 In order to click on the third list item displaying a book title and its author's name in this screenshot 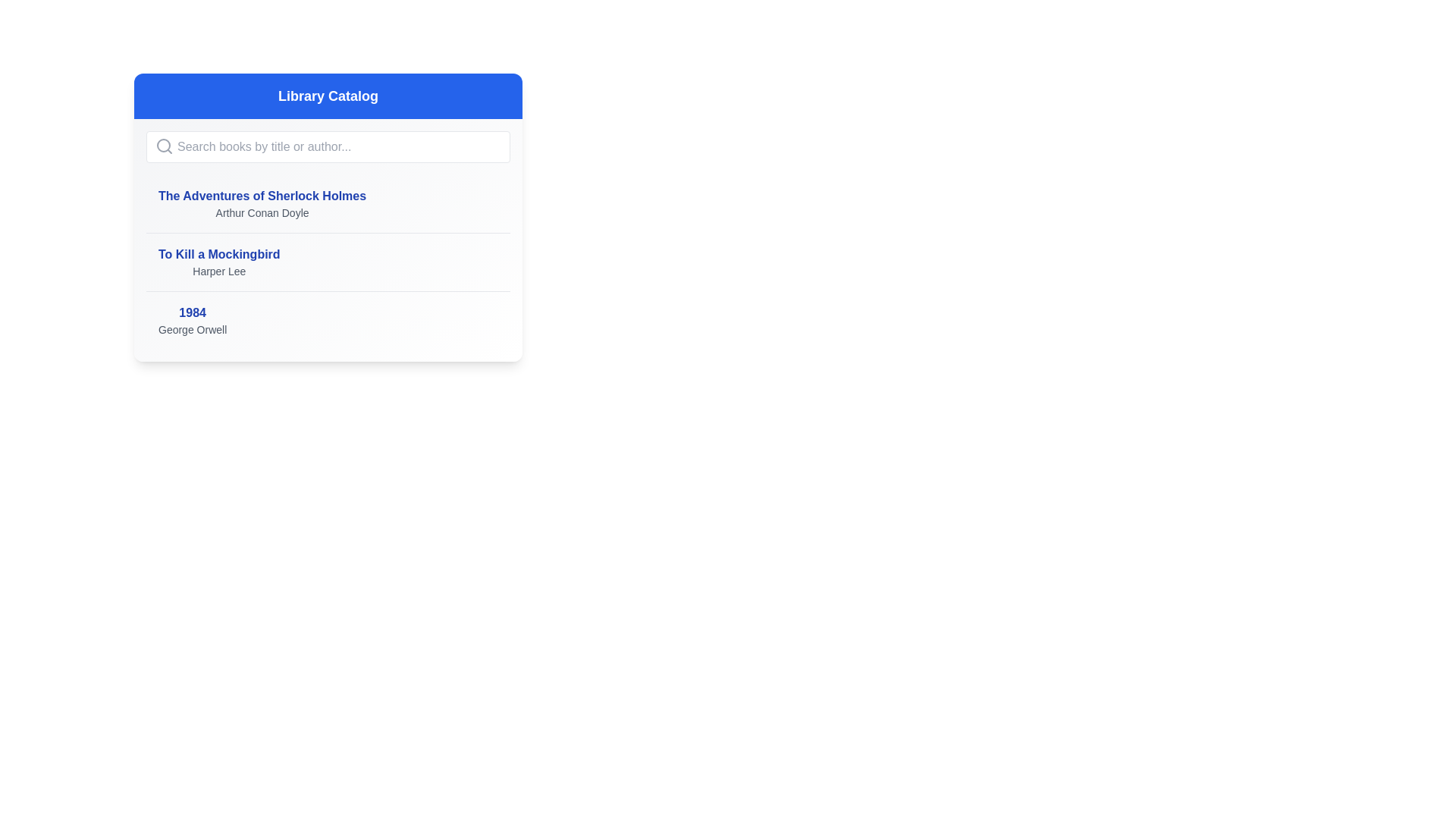, I will do `click(327, 319)`.